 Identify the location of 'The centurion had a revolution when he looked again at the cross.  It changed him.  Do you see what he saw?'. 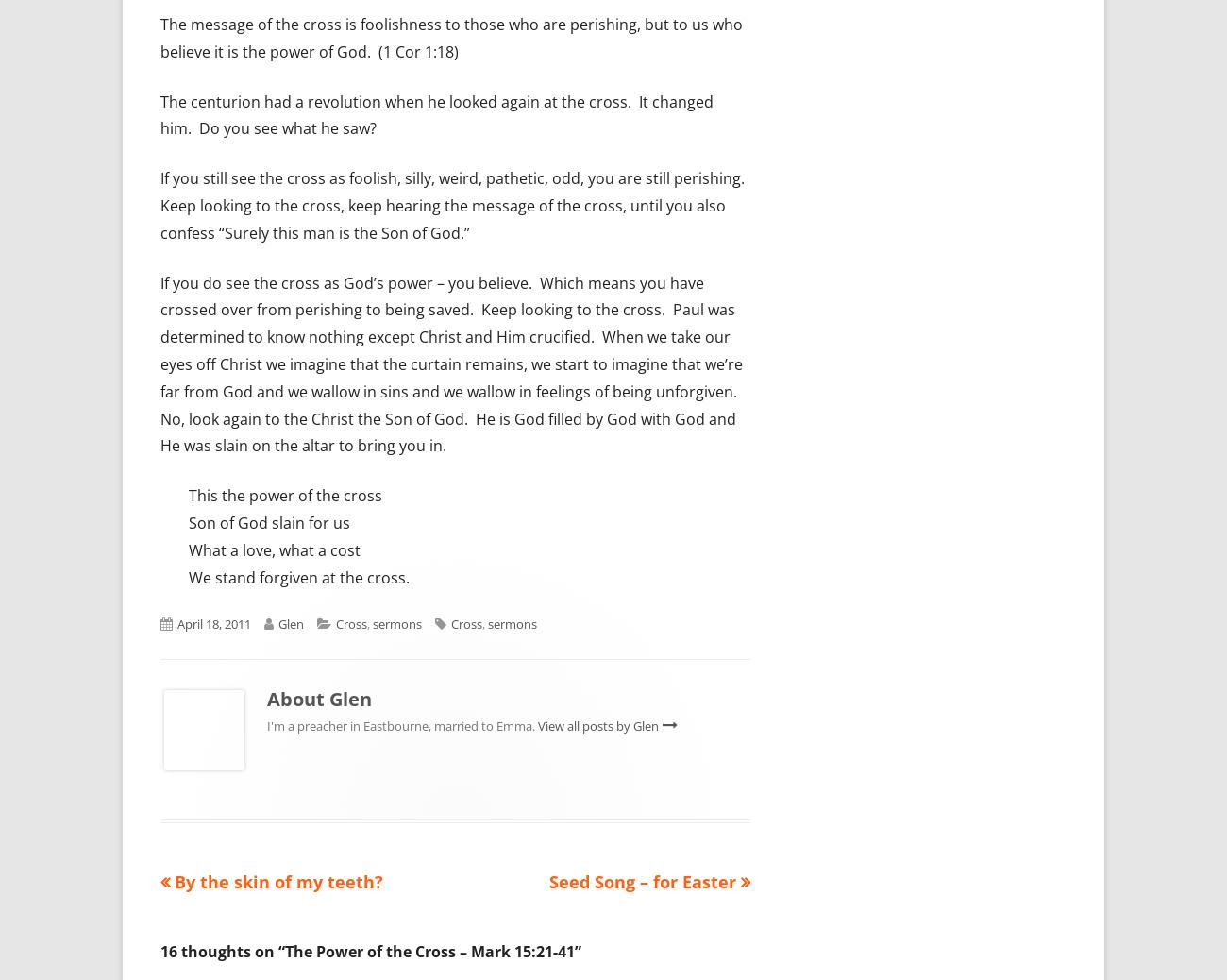
(436, 113).